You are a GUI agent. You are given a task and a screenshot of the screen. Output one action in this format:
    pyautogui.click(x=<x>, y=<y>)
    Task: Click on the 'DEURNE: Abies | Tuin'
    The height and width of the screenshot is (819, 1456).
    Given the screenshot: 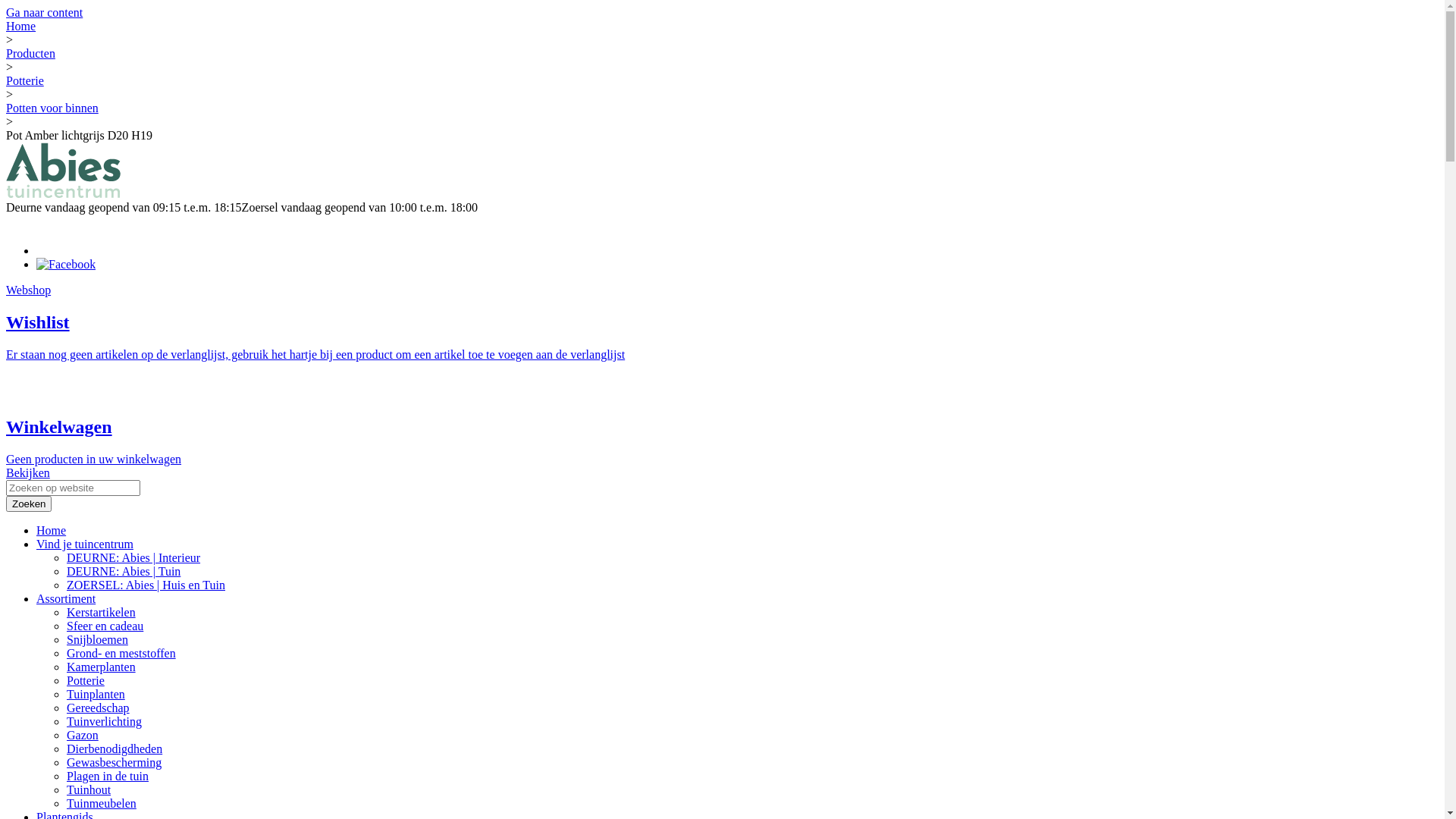 What is the action you would take?
    pyautogui.click(x=124, y=571)
    